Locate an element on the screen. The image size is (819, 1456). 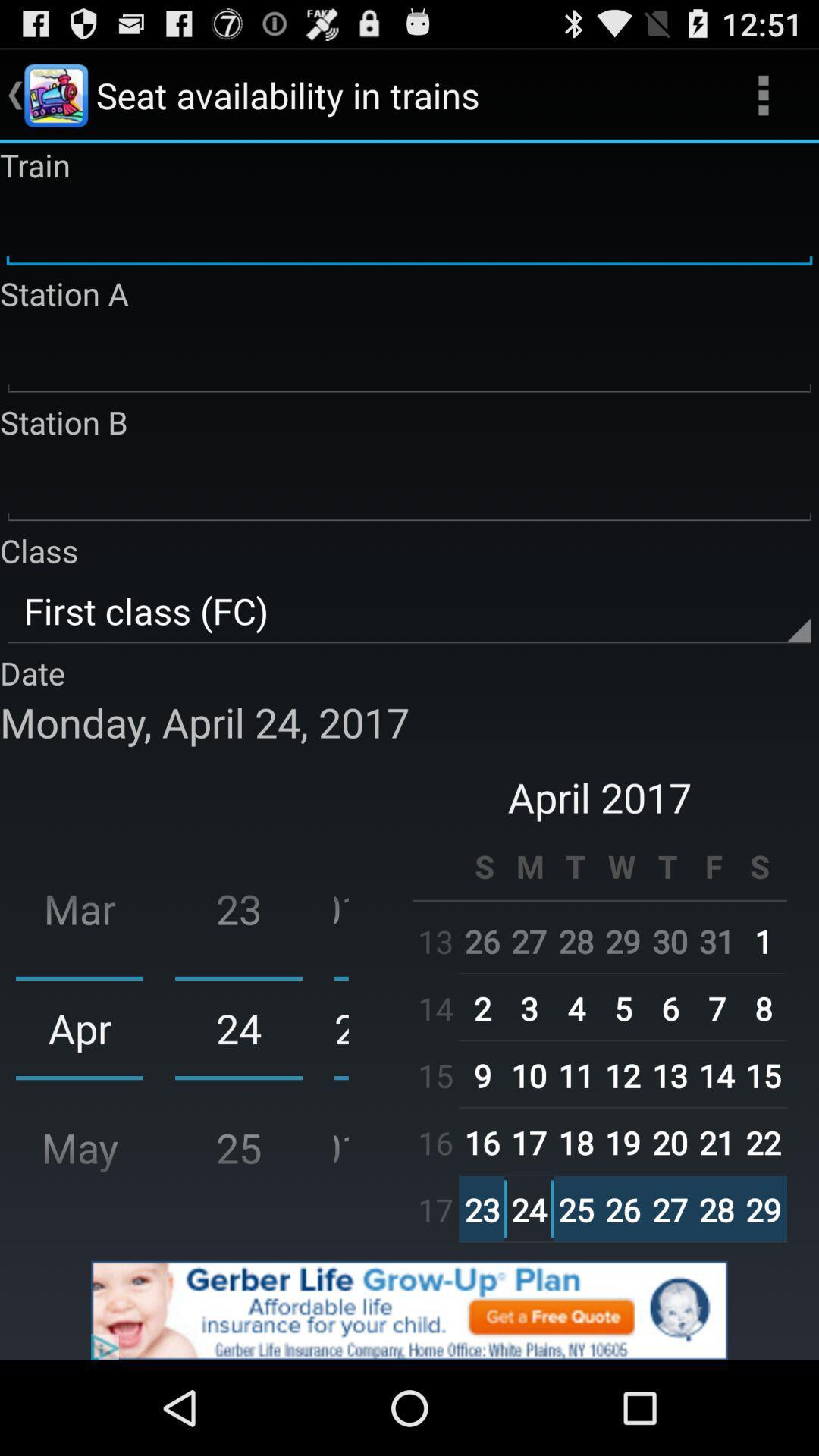
the image to the left of the text seat availability in trains is located at coordinates (55, 94).